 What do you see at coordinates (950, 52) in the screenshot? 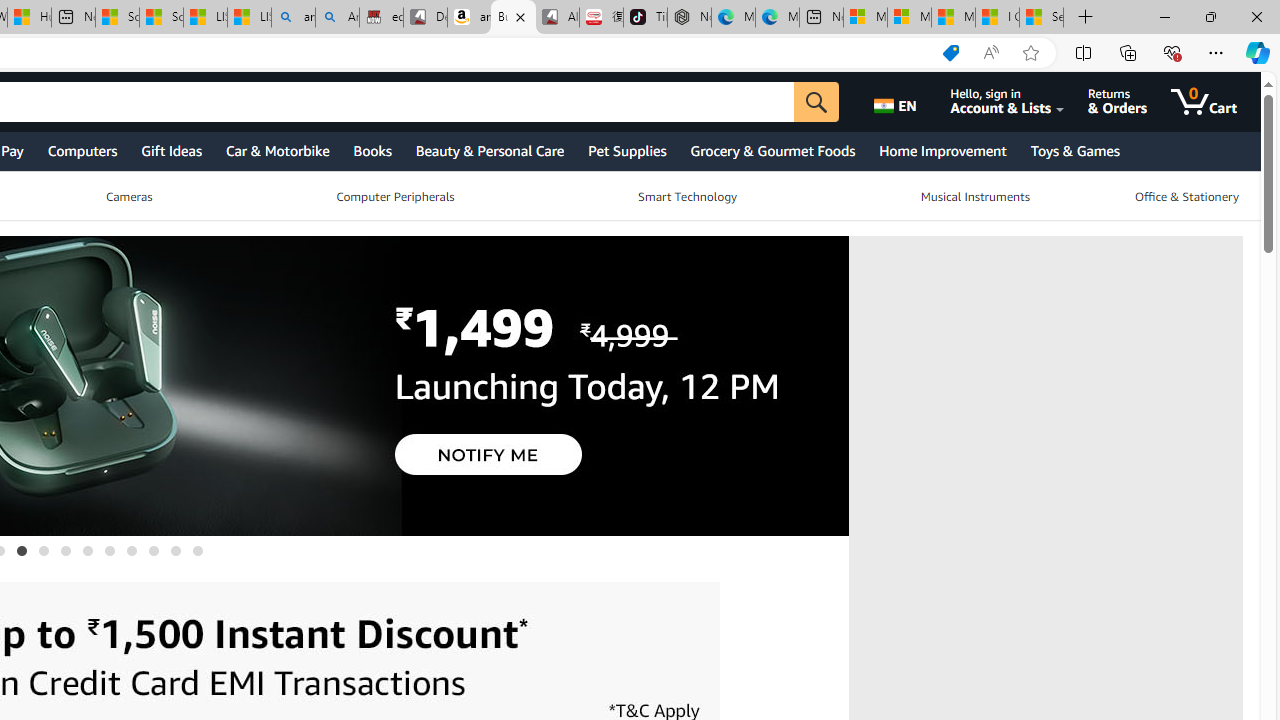
I see `'Shopping in Microsoft Edge'` at bounding box center [950, 52].